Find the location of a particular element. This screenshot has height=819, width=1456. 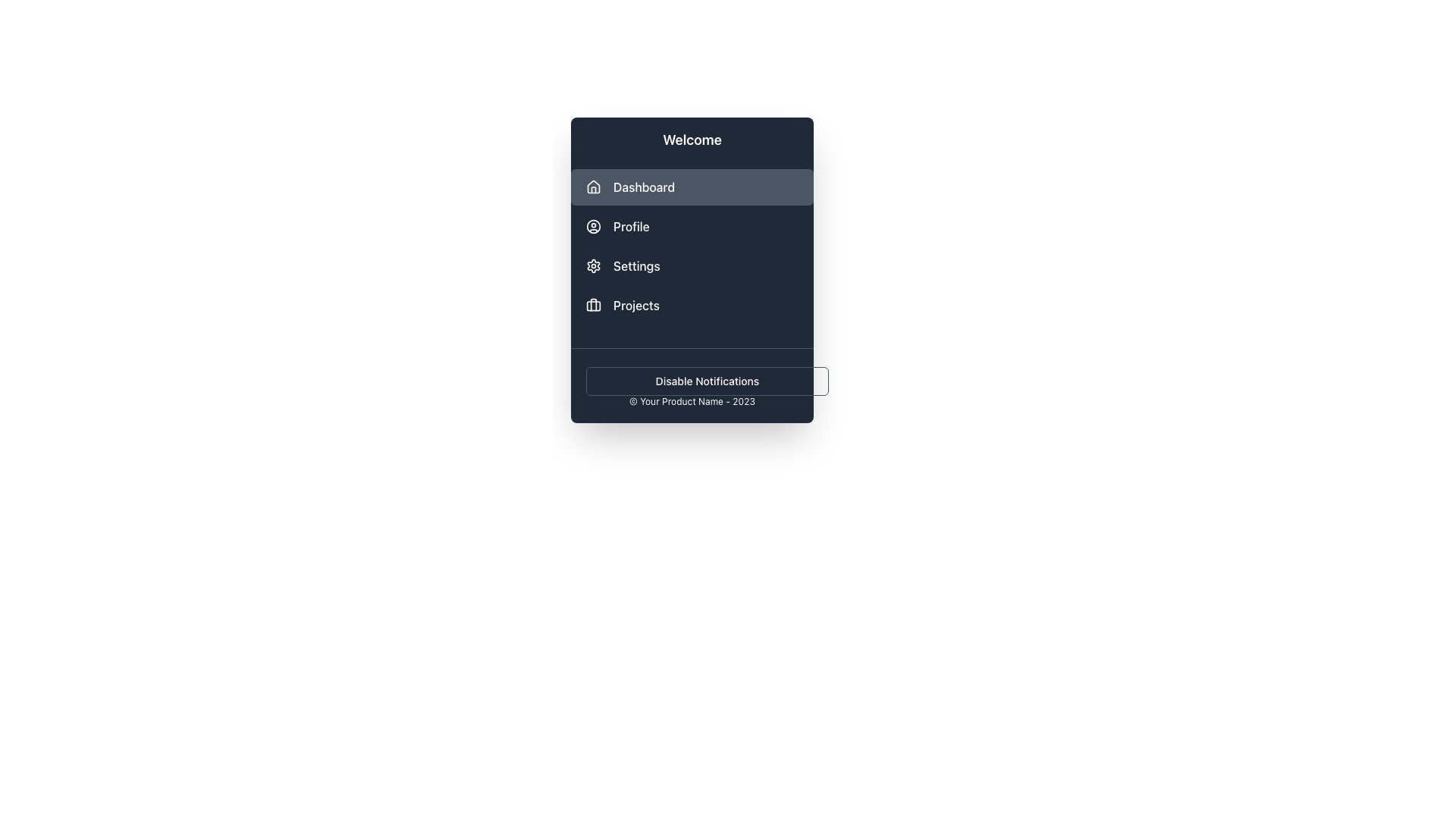

the briefcase icon located to the left of the 'Projects' label in the menu is located at coordinates (592, 305).